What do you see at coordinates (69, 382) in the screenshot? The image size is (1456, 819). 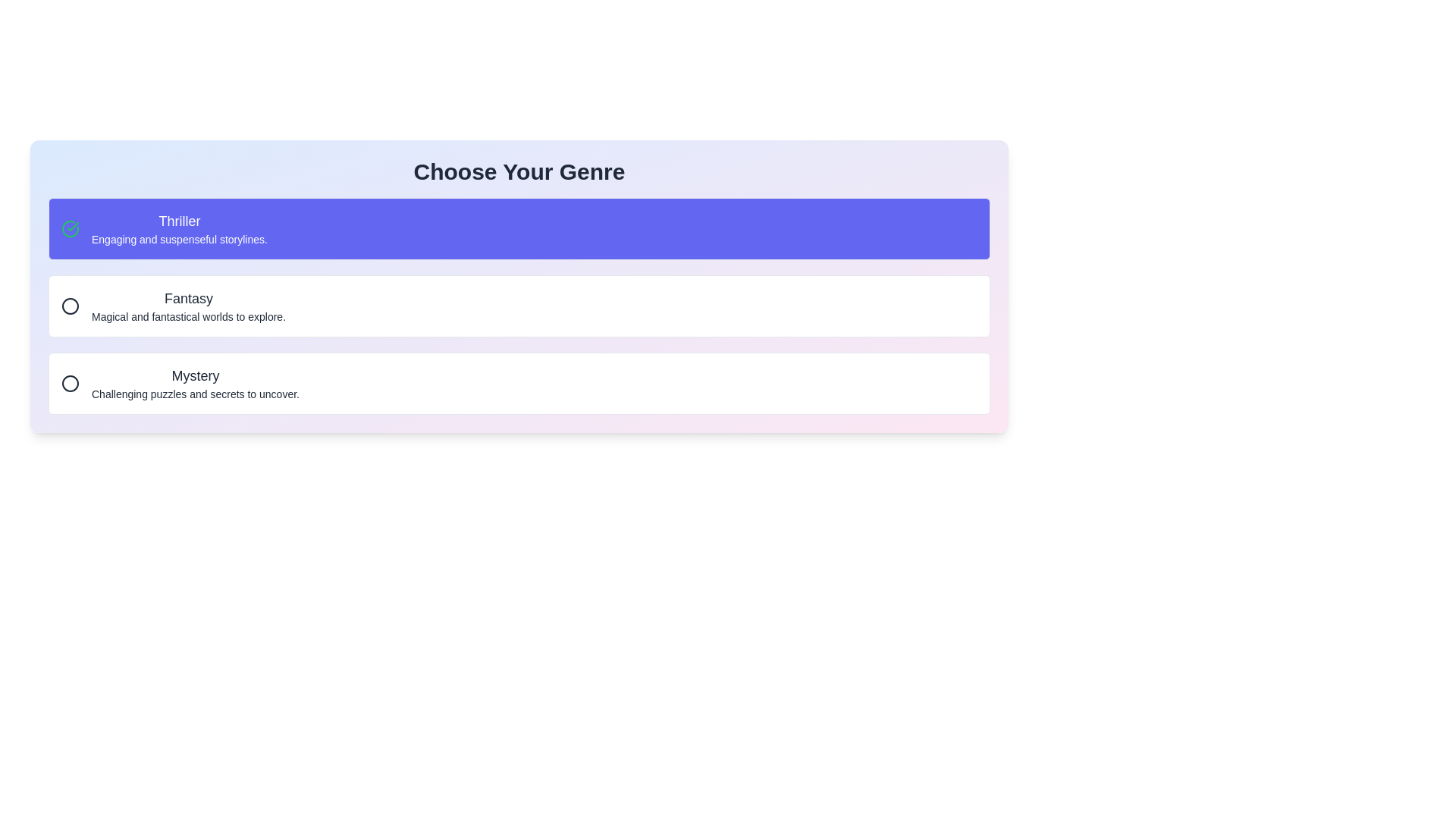 I see `the icon resembling a circle outline with a smaller circle in its center, located to the left of the text 'Mystery' in the bottommost option box of the 'Choose Your Genre' interface` at bounding box center [69, 382].